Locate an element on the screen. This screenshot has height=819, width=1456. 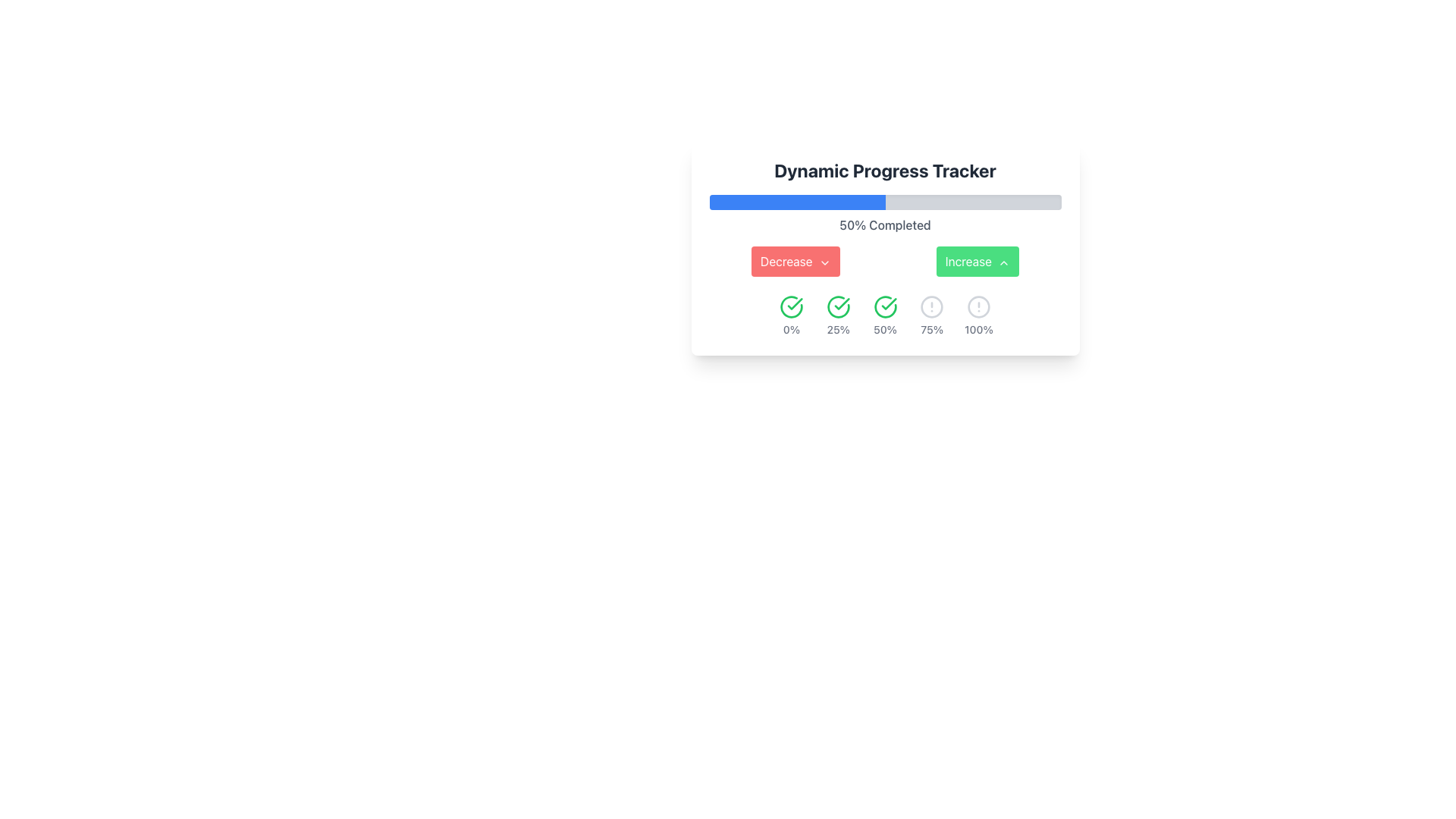
the Text Display element that shows the percentage value '0%', which is part of a circular layout with a green check-mark icon, indicating the progress status is located at coordinates (790, 329).